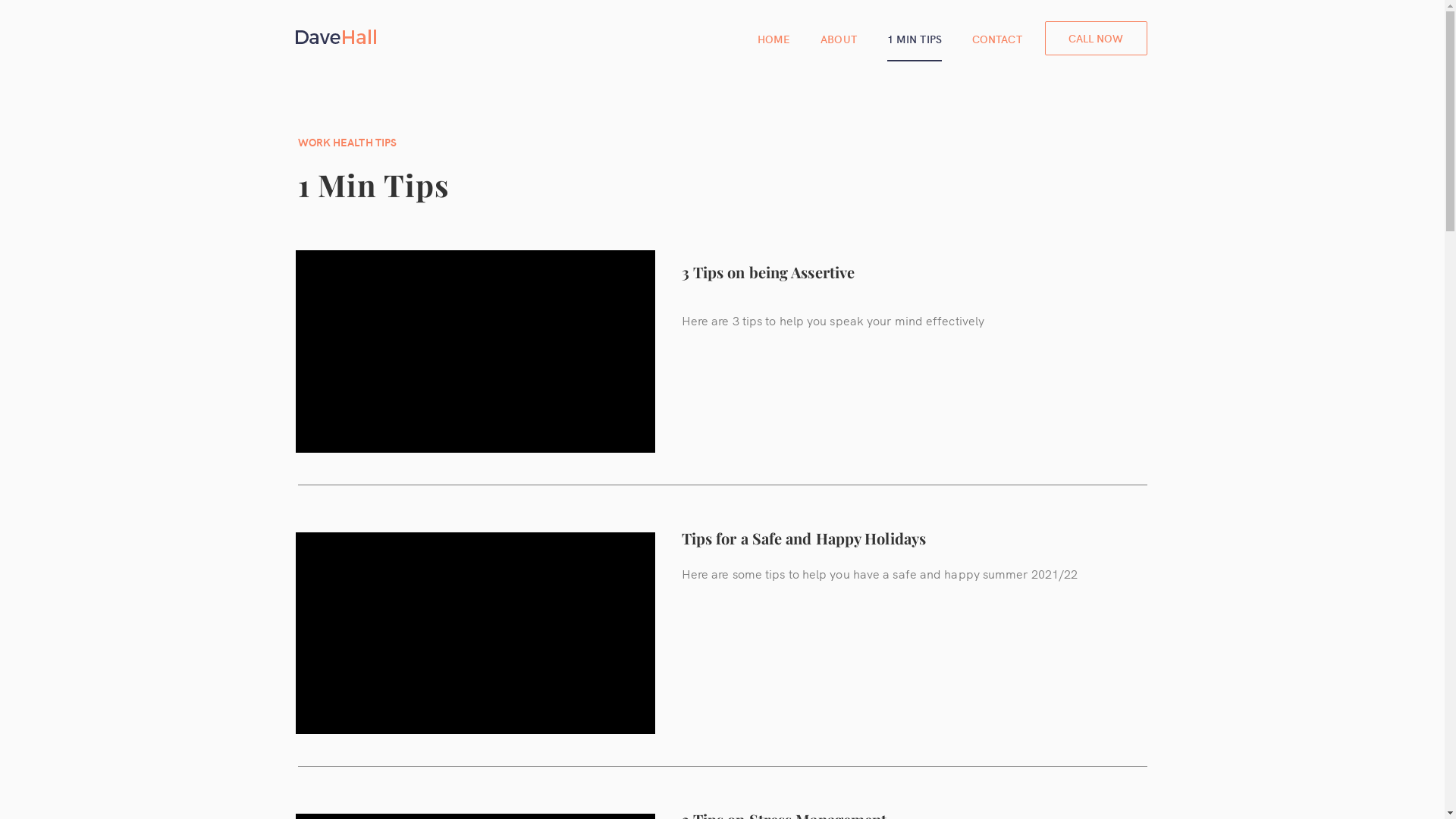  I want to click on 'youtube Video Player', so click(475, 351).